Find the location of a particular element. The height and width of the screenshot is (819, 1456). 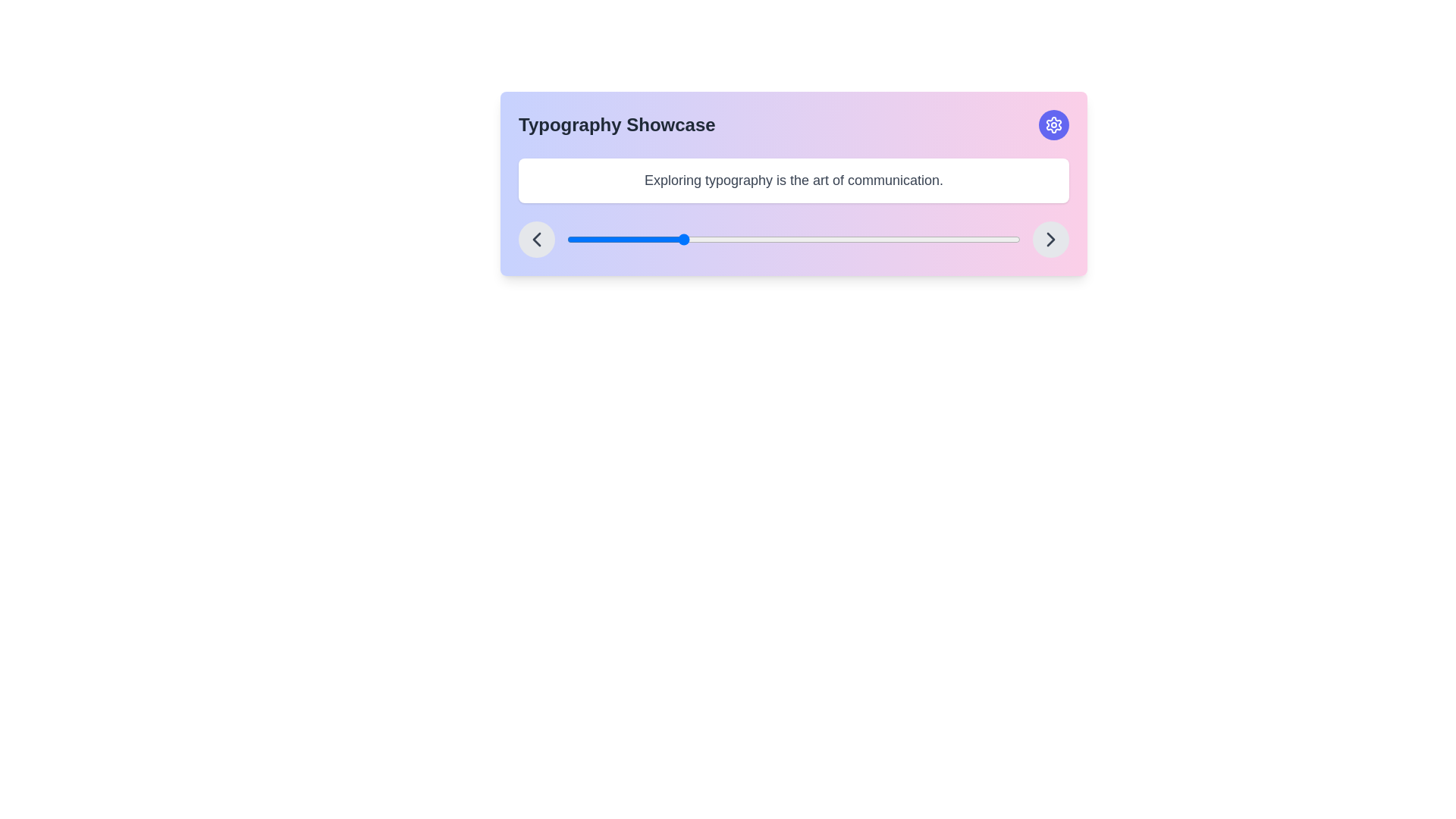

the right-positioned chevron icon within the gray circle is located at coordinates (1050, 239).